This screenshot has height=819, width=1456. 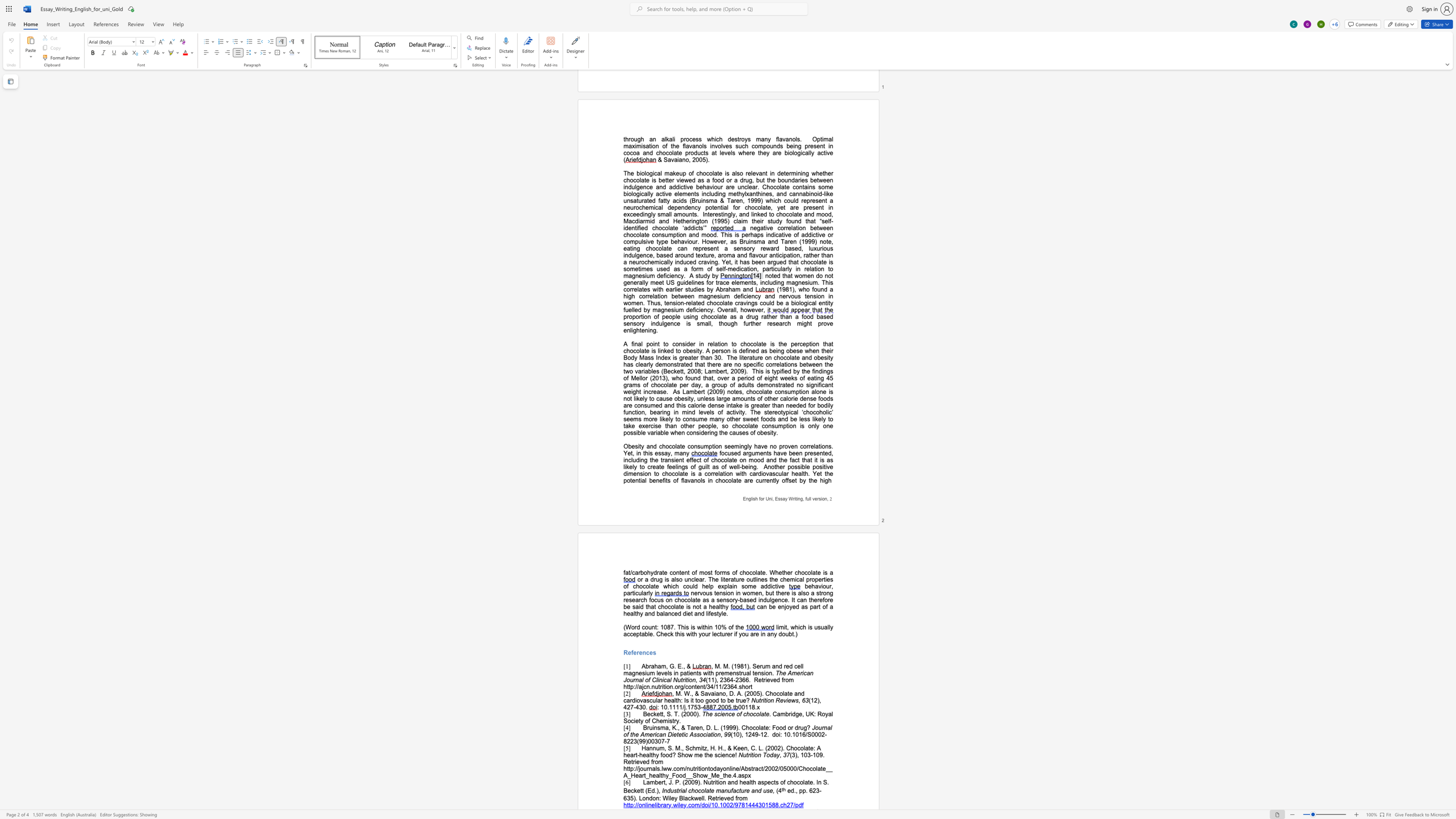 What do you see at coordinates (645, 453) in the screenshot?
I see `the space between the continuous character "t" and "h" in the text` at bounding box center [645, 453].